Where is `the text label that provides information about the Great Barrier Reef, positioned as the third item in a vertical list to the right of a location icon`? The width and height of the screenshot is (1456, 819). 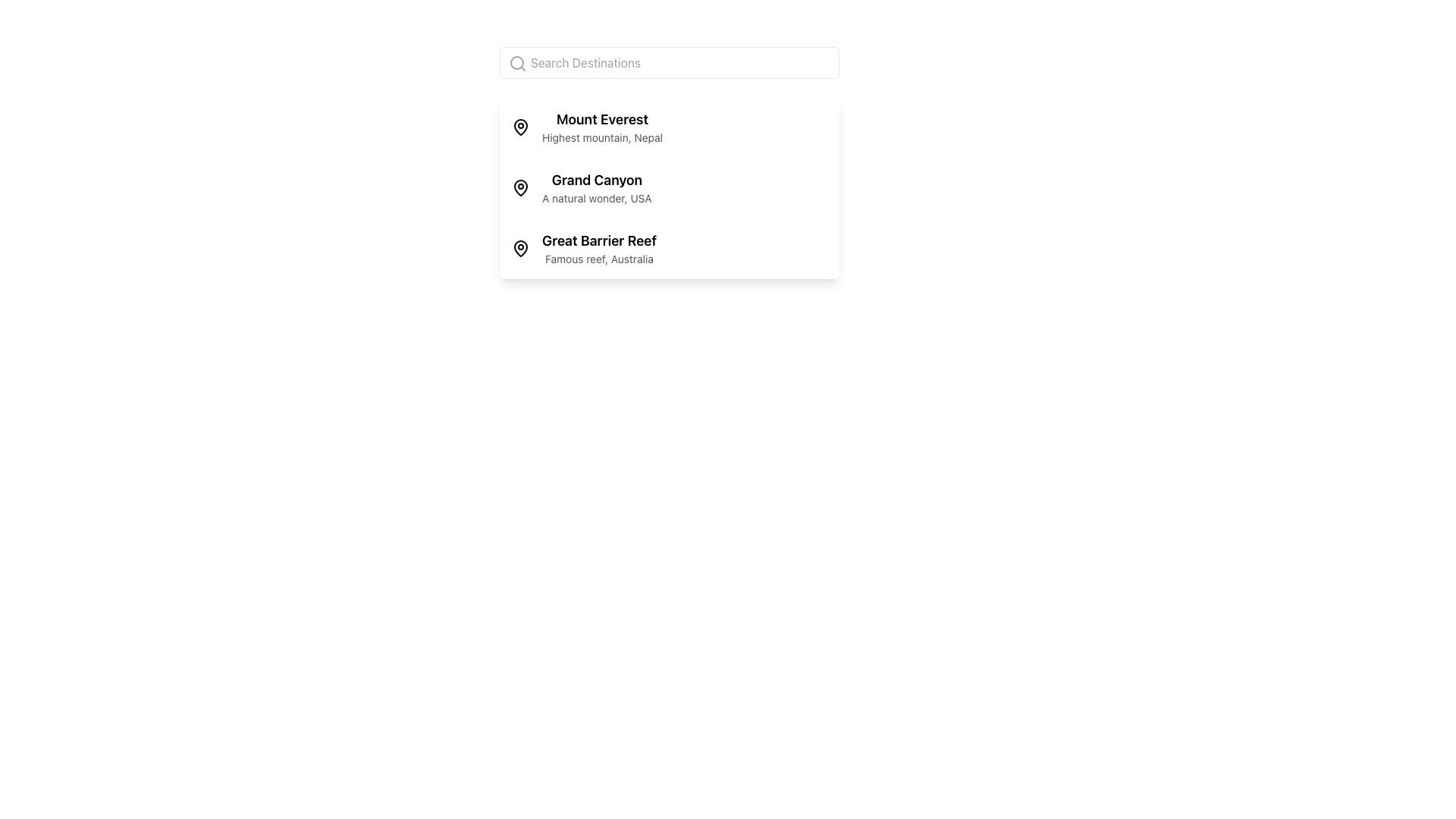 the text label that provides information about the Great Barrier Reef, positioned as the third item in a vertical list to the right of a location icon is located at coordinates (598, 247).